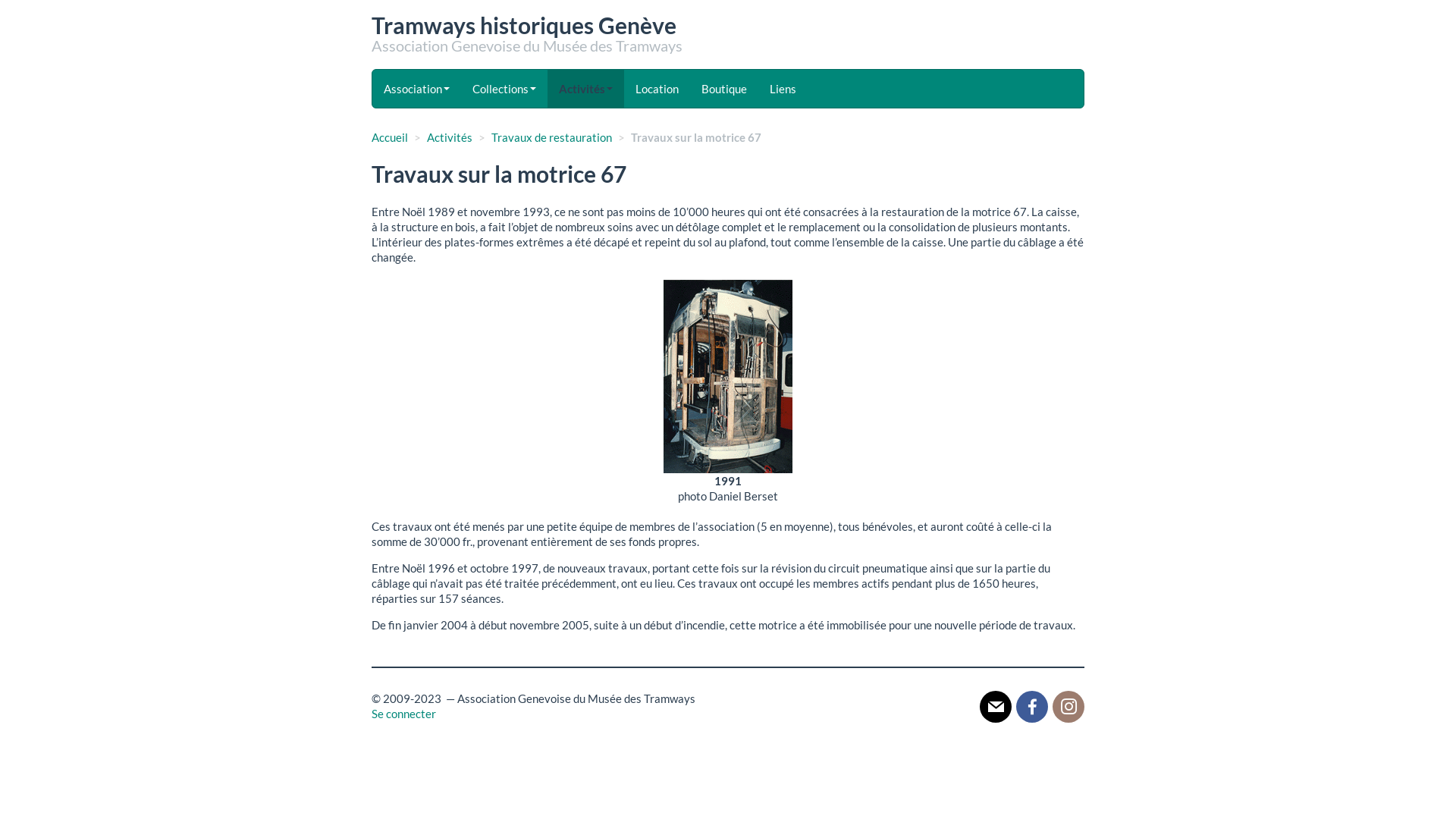  What do you see at coordinates (371, 714) in the screenshot?
I see `'Se connecter'` at bounding box center [371, 714].